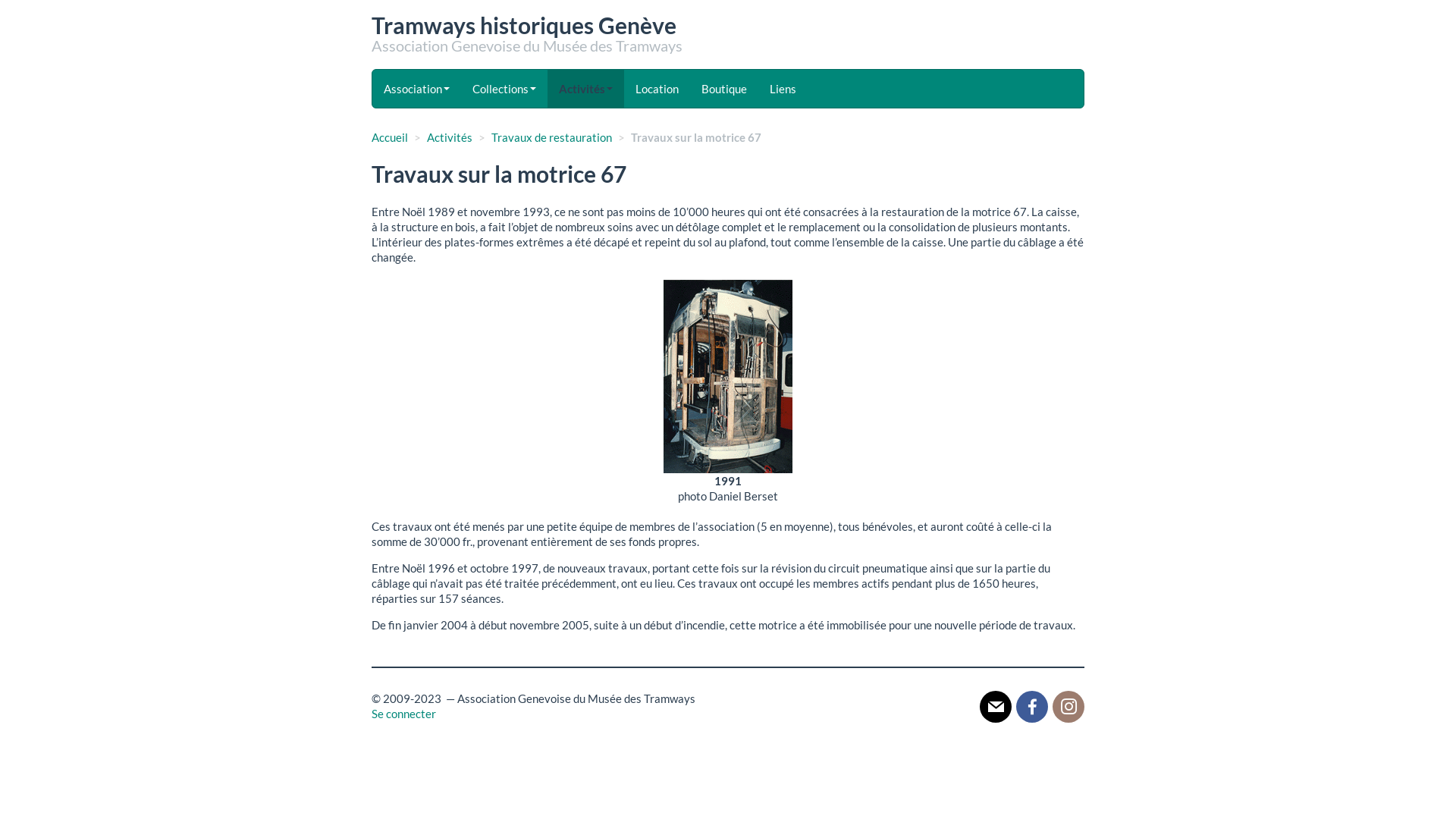  What do you see at coordinates (371, 714) in the screenshot?
I see `'Se connecter'` at bounding box center [371, 714].